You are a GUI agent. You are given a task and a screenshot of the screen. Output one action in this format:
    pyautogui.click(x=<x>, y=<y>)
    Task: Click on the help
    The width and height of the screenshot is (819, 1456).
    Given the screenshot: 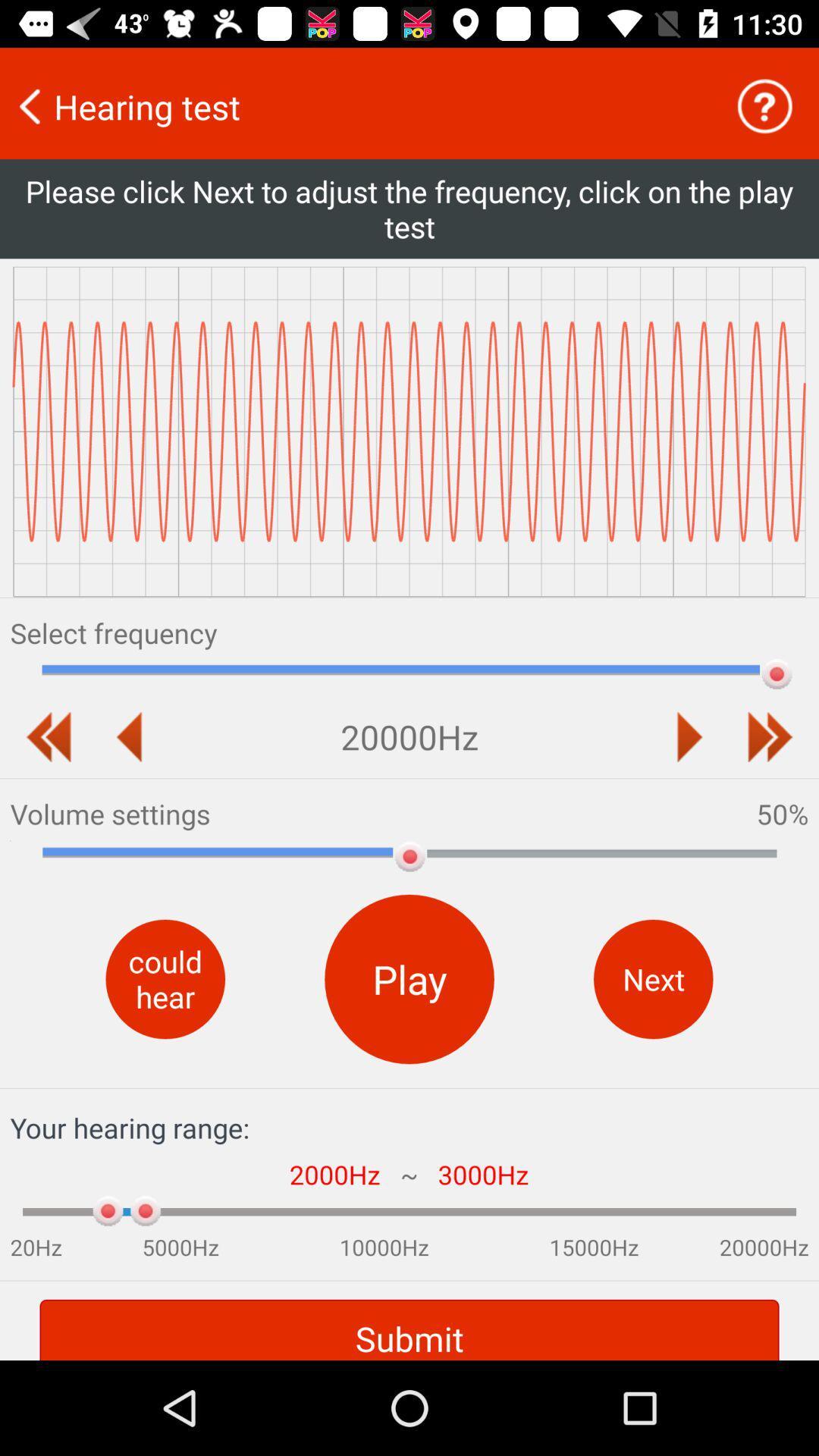 What is the action you would take?
    pyautogui.click(x=764, y=105)
    